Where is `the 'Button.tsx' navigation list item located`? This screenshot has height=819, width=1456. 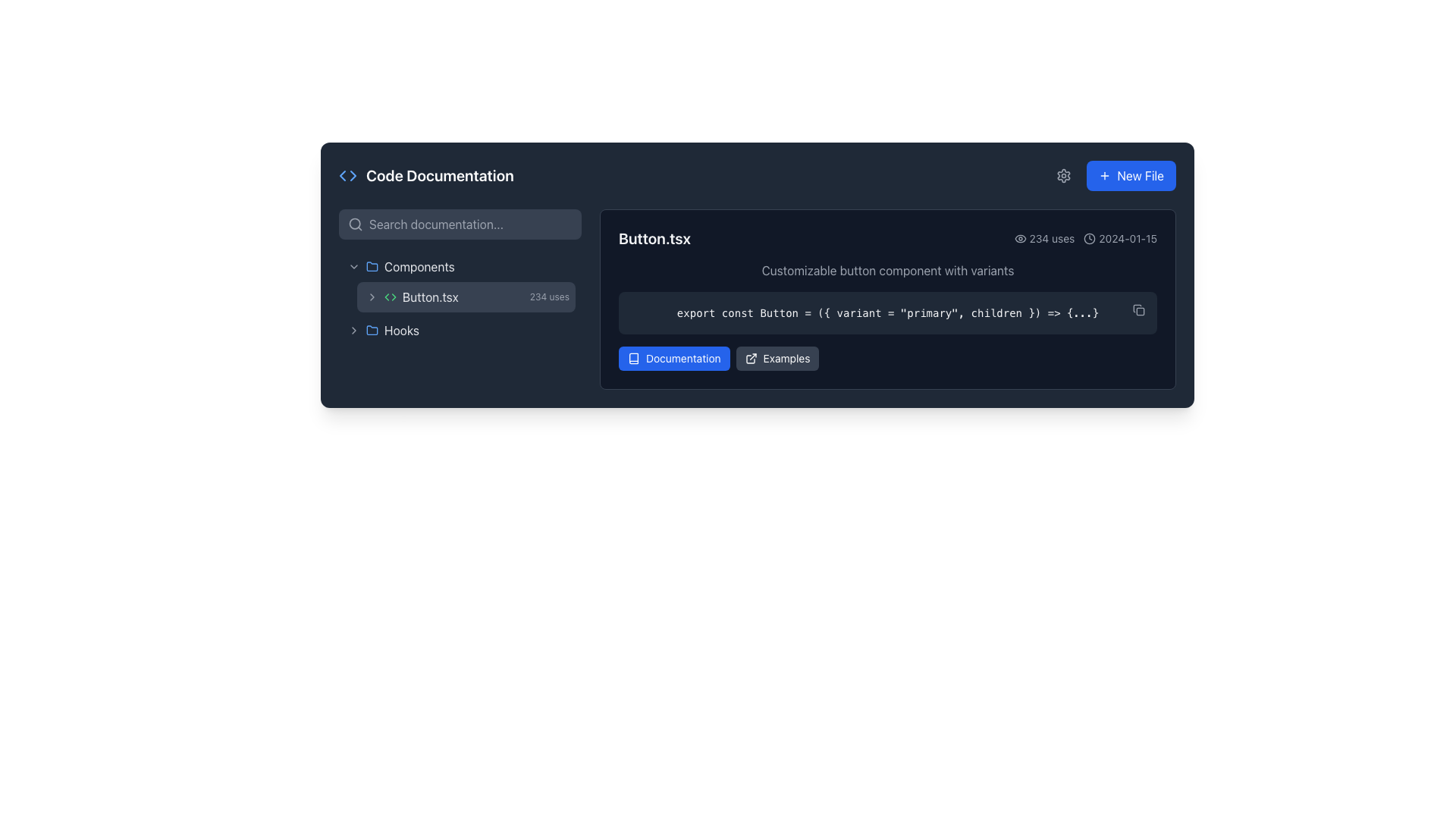
the 'Button.tsx' navigation list item located is located at coordinates (459, 299).